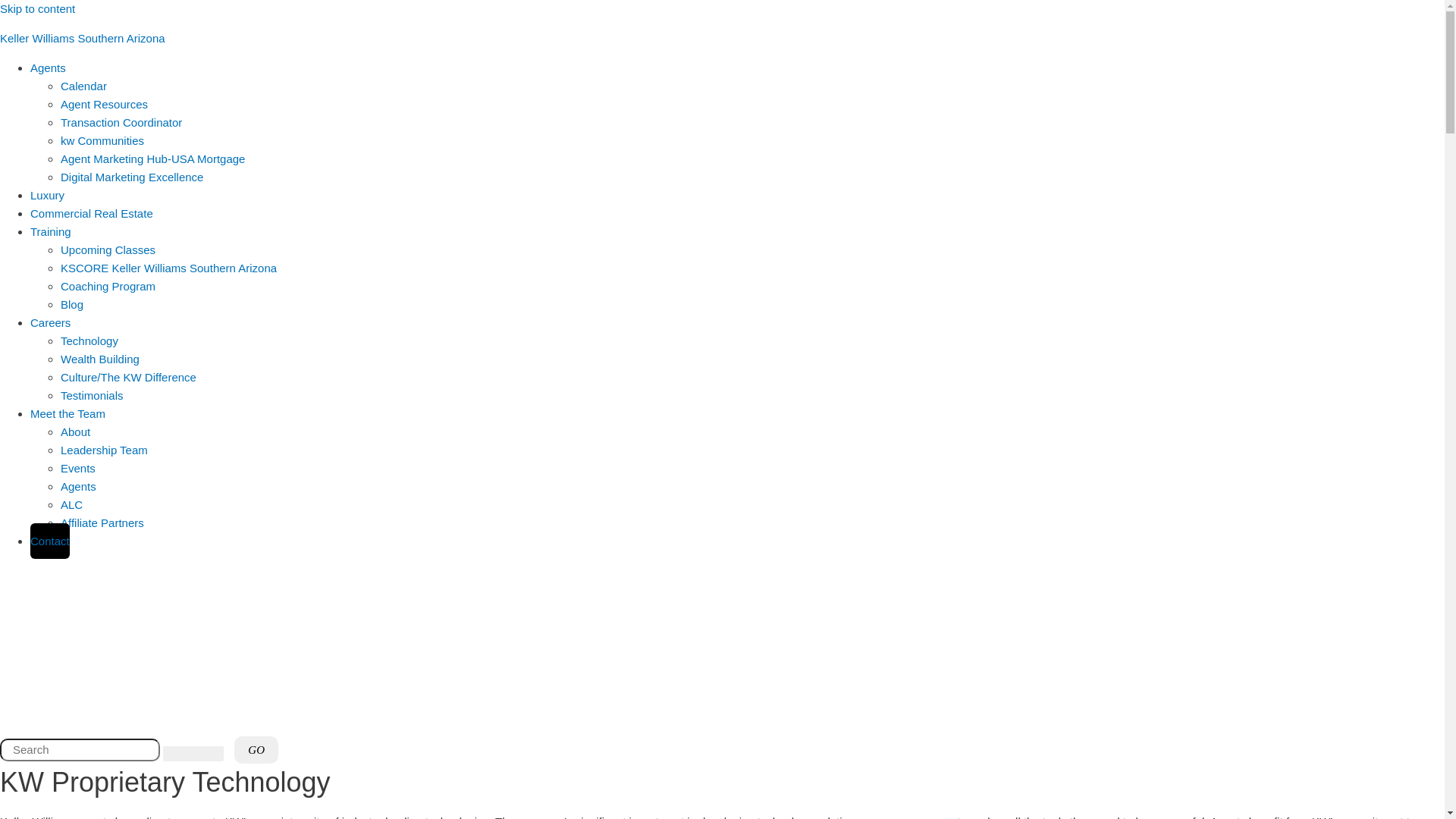  I want to click on 'Transaction Coordinator', so click(120, 121).